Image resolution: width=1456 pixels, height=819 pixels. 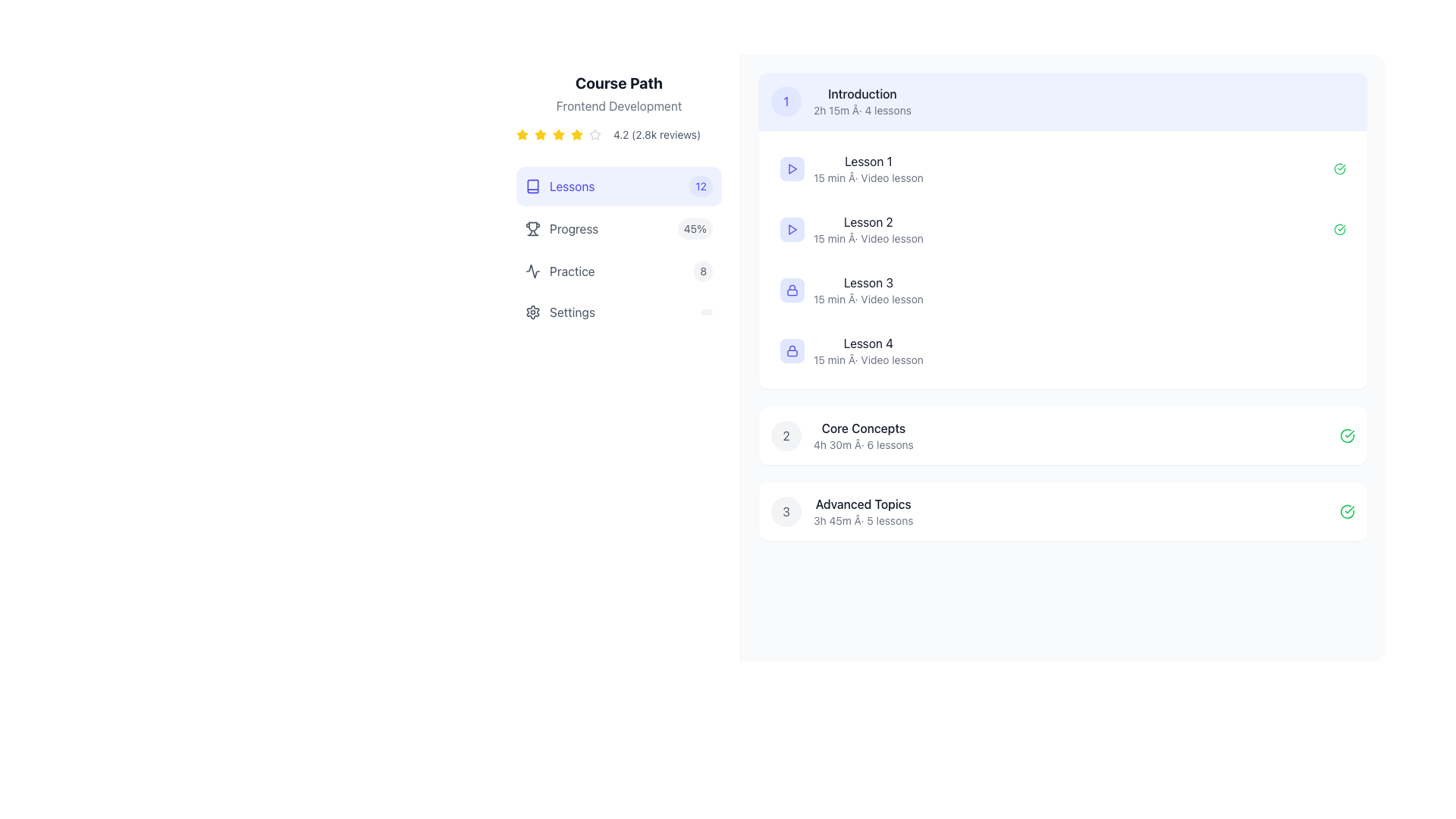 What do you see at coordinates (868, 230) in the screenshot?
I see `text block displaying 'Lesson 2' and '15 min Â· Video lesson', which is the second item under 'Introduction' in the vertical list layout` at bounding box center [868, 230].